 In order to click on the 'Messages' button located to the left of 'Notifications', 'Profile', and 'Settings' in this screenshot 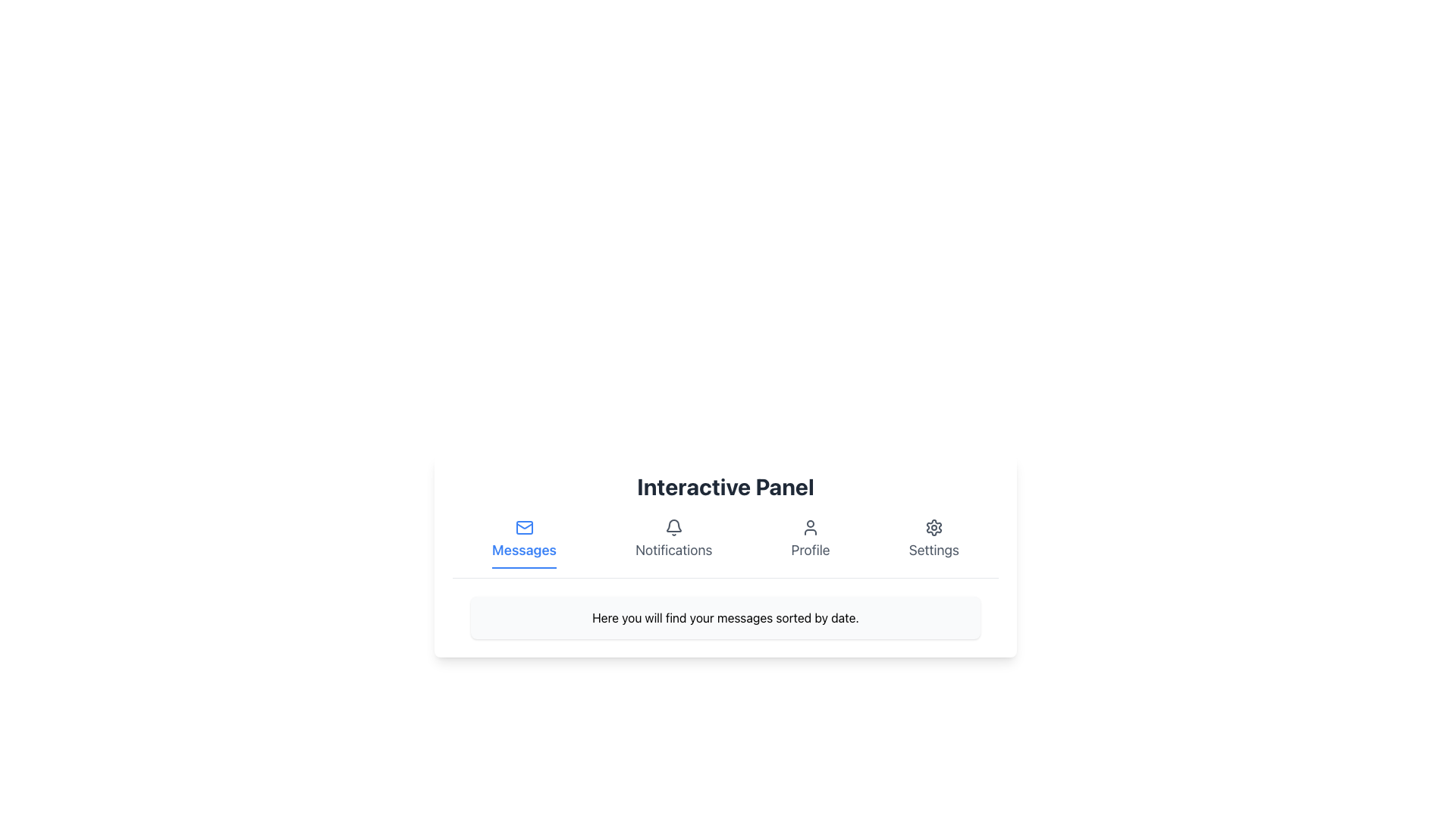, I will do `click(524, 543)`.